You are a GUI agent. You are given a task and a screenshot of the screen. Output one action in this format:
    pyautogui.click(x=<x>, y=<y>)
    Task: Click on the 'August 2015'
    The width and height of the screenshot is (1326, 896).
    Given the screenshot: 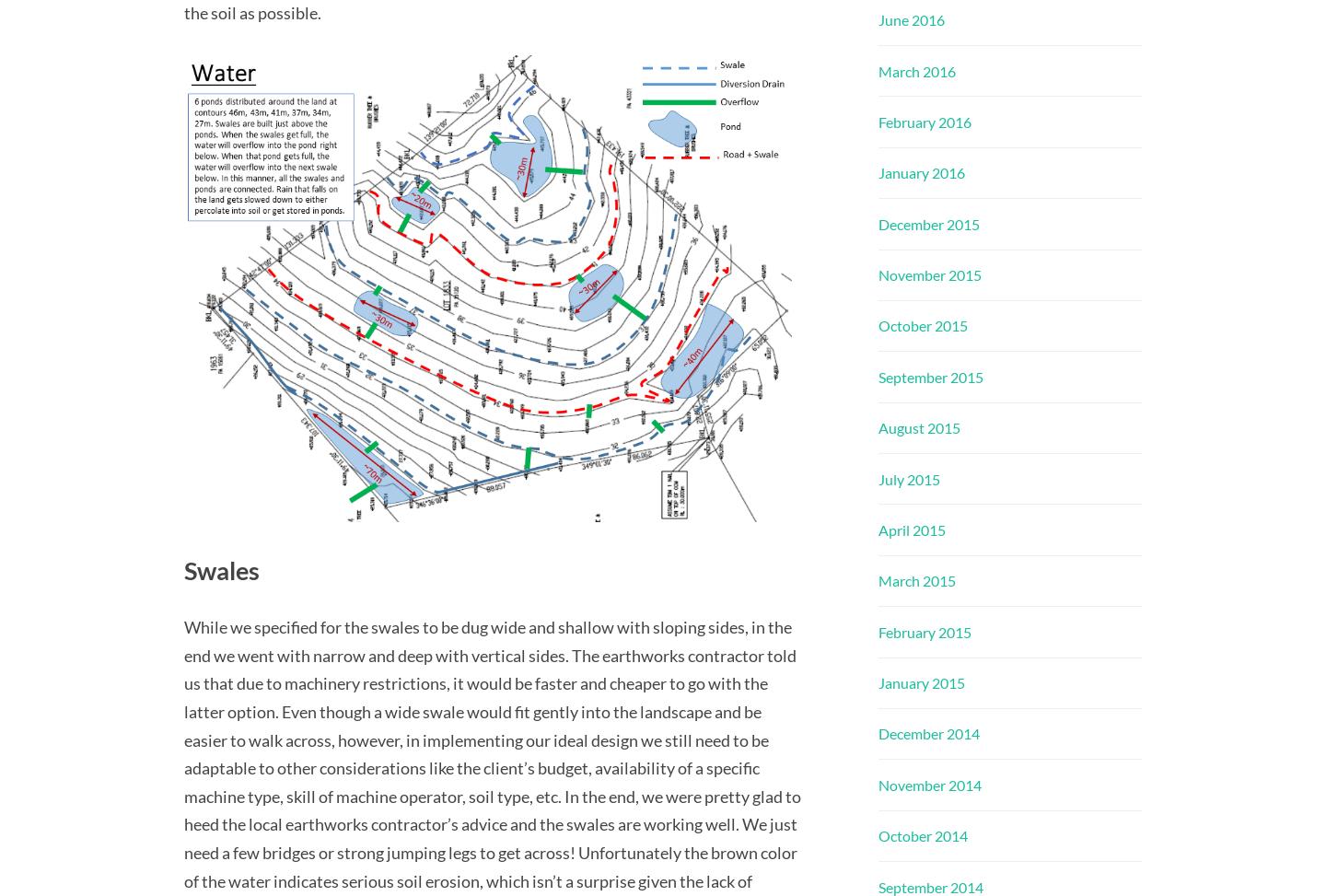 What is the action you would take?
    pyautogui.click(x=918, y=427)
    